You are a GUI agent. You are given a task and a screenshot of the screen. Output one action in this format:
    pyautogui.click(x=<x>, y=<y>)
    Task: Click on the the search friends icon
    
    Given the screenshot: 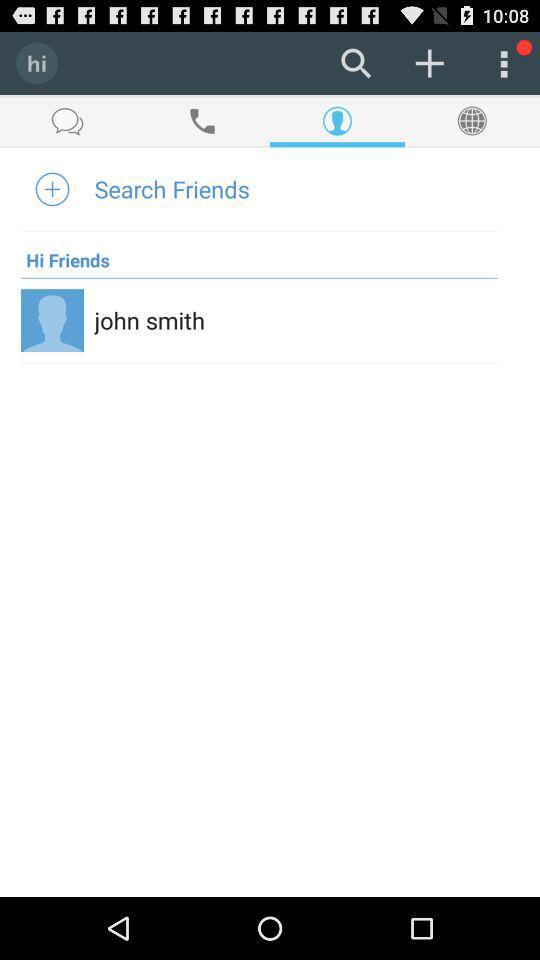 What is the action you would take?
    pyautogui.click(x=172, y=188)
    